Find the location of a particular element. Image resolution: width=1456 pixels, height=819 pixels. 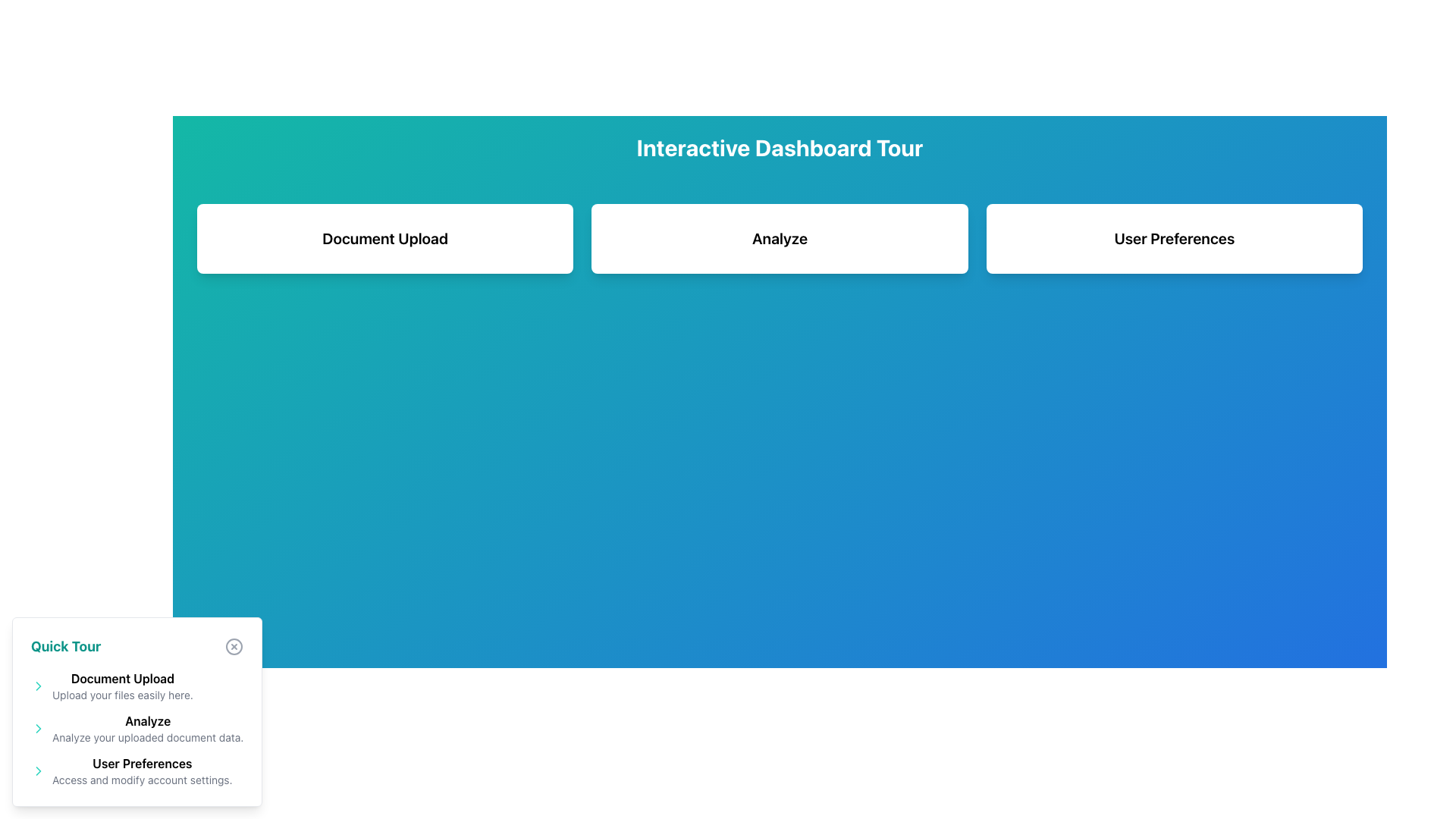

the 'User Preferences' text label, which is bold and serves as the title of a section in a pop-up dialog at the bottom-left corner of the interface is located at coordinates (142, 763).